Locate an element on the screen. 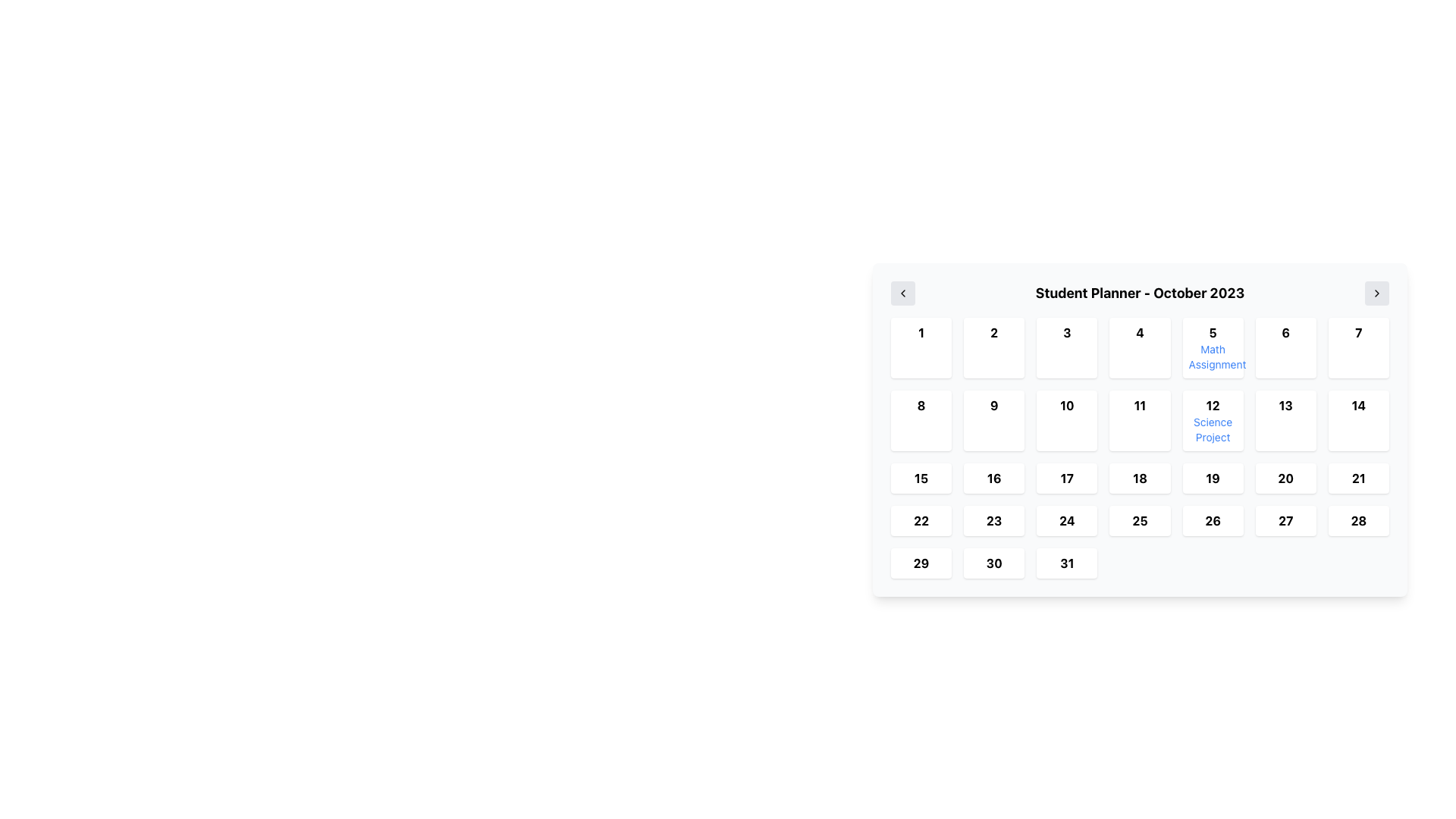 The image size is (1456, 819). the button displaying the number '2' in bold, located in the second square from the left in the top row of a calendar-style grid layout is located at coordinates (994, 348).